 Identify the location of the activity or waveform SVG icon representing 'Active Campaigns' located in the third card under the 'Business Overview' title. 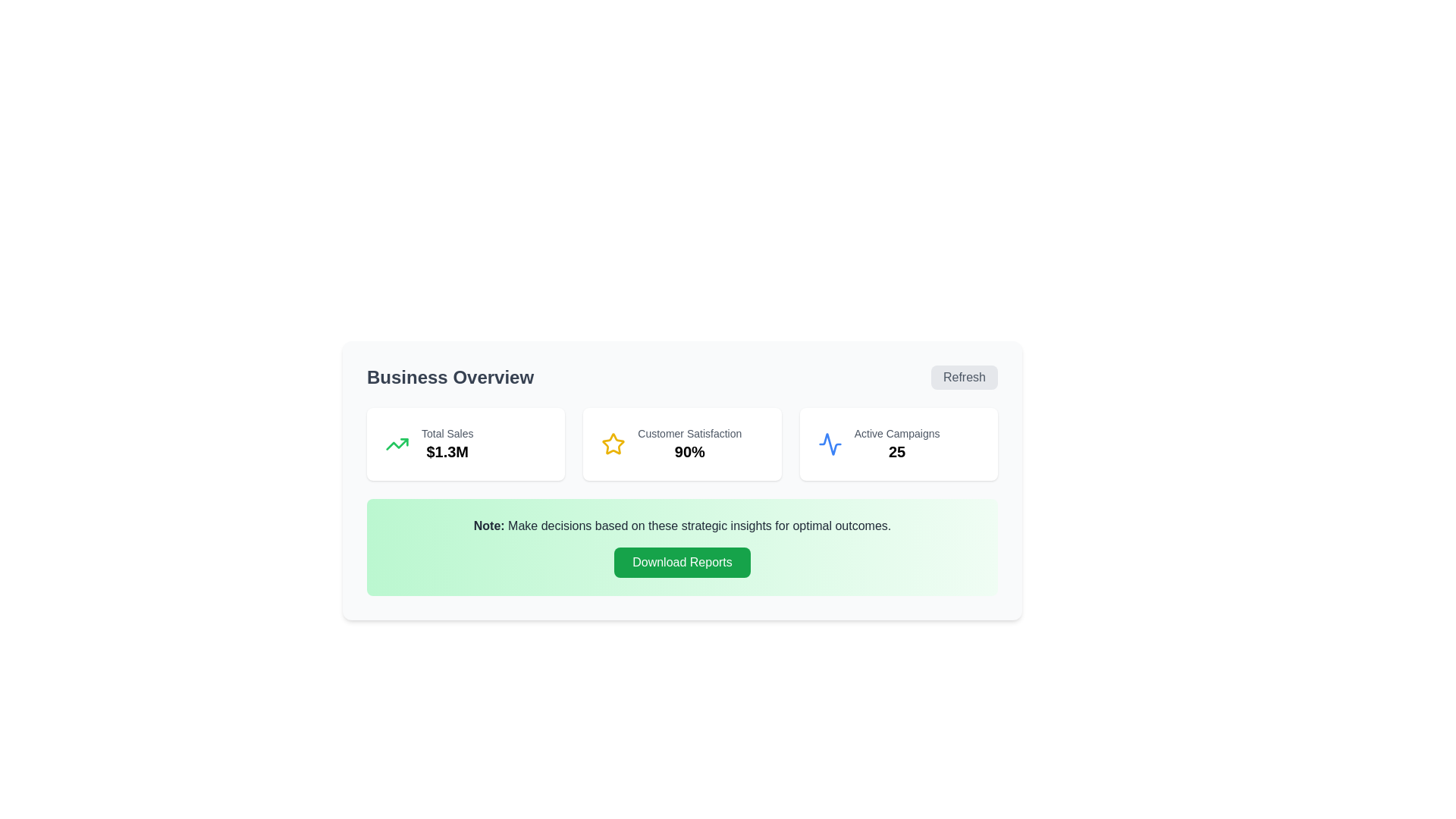
(829, 444).